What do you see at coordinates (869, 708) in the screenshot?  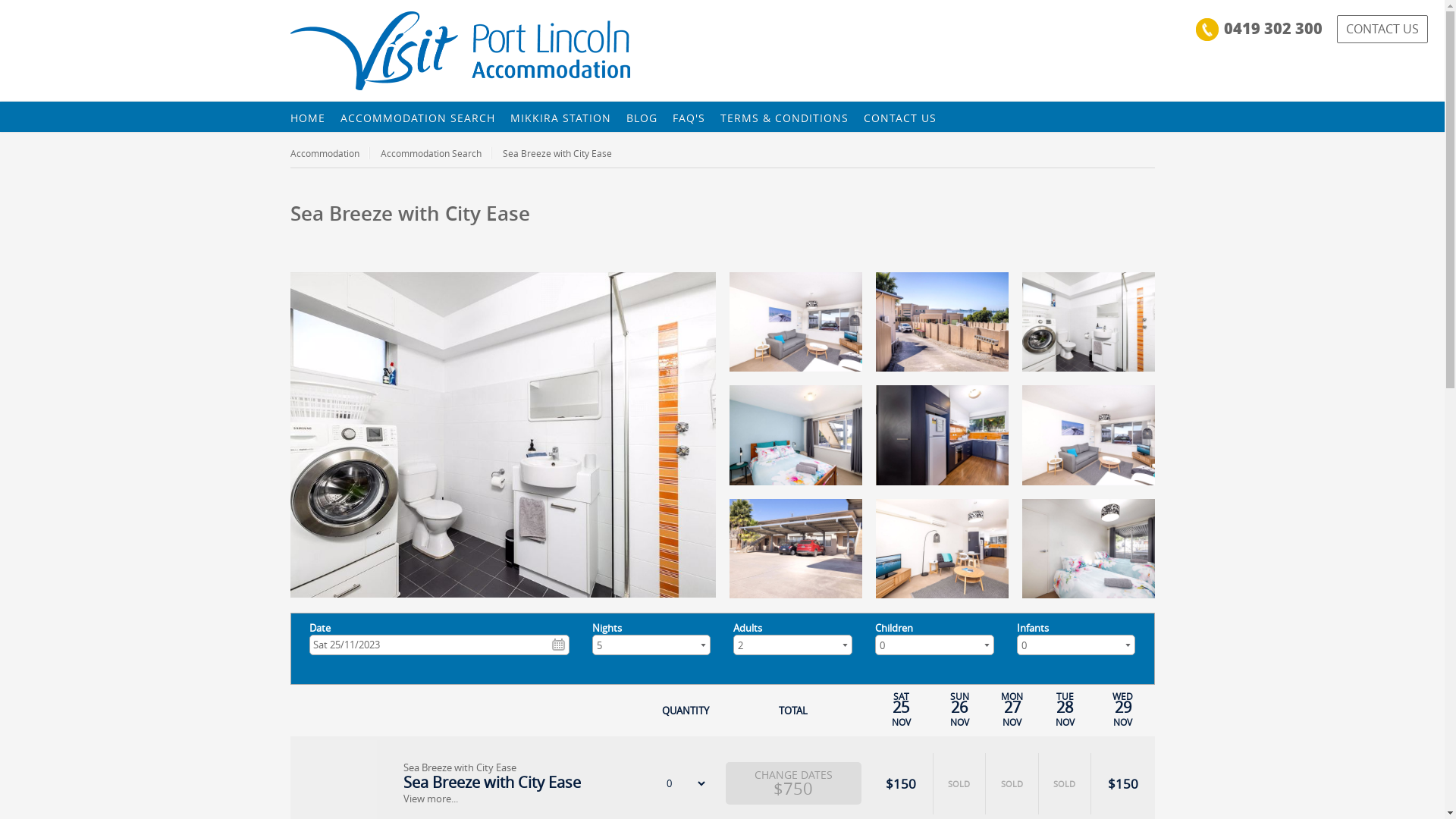 I see `'25'` at bounding box center [869, 708].